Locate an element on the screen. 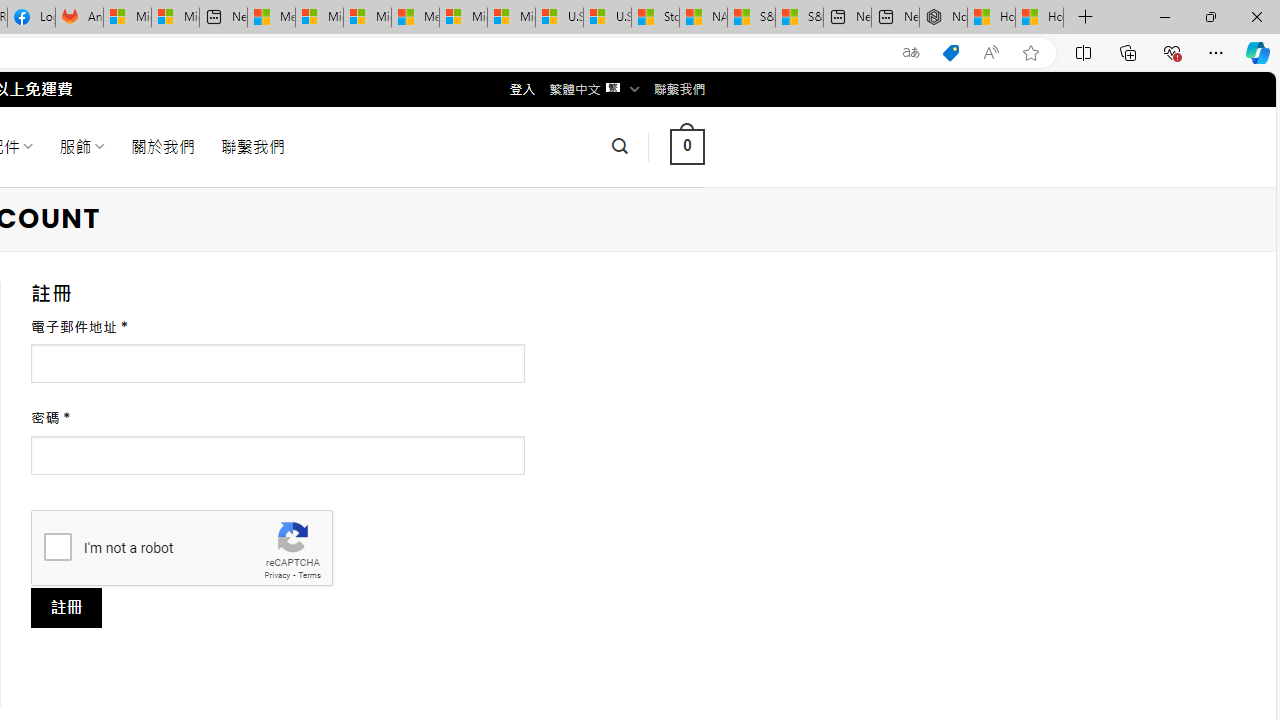 The image size is (1280, 720). 'Terms' is located at coordinates (308, 575).